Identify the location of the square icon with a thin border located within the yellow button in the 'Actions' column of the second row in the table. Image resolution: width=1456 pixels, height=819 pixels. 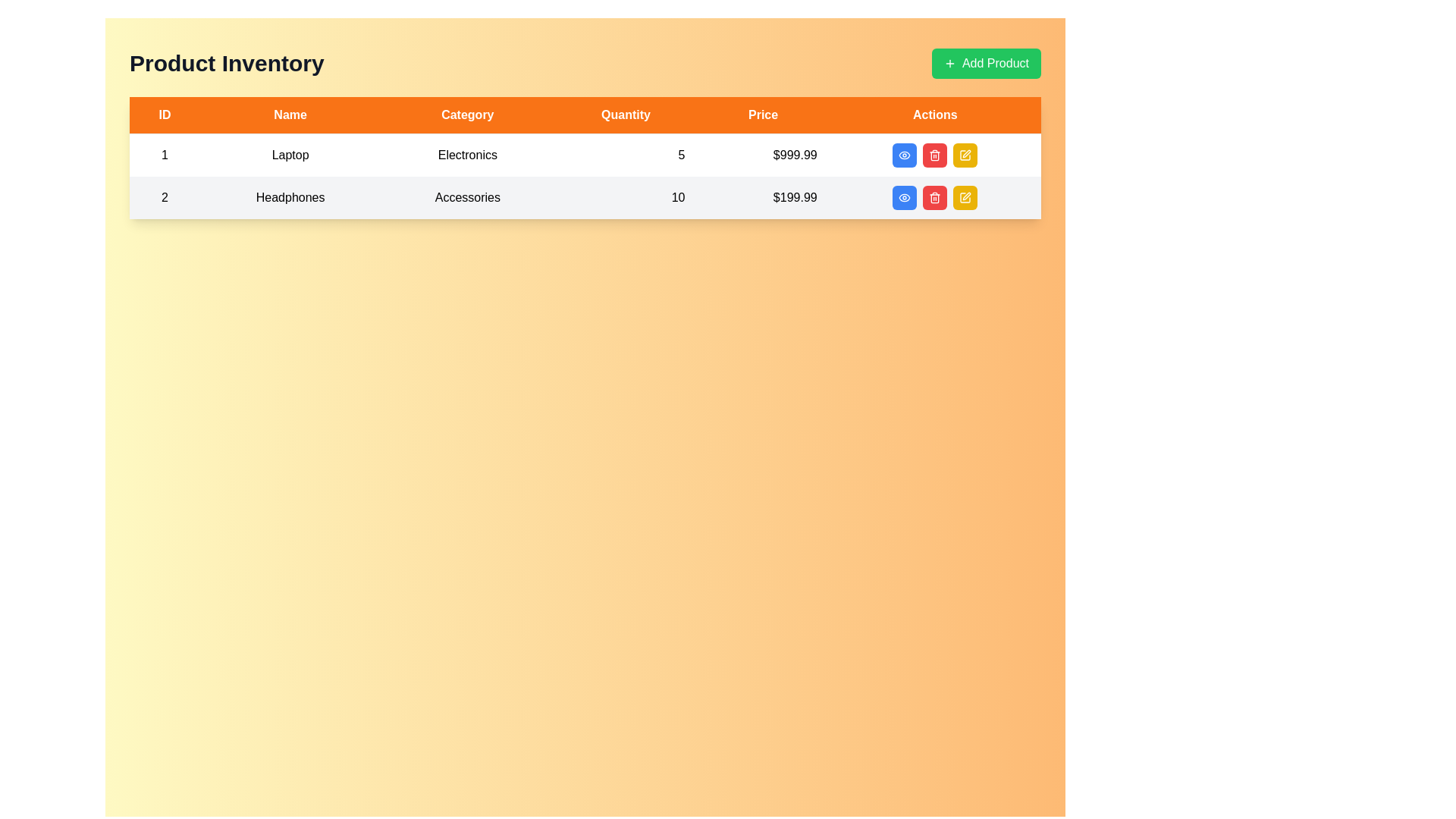
(965, 197).